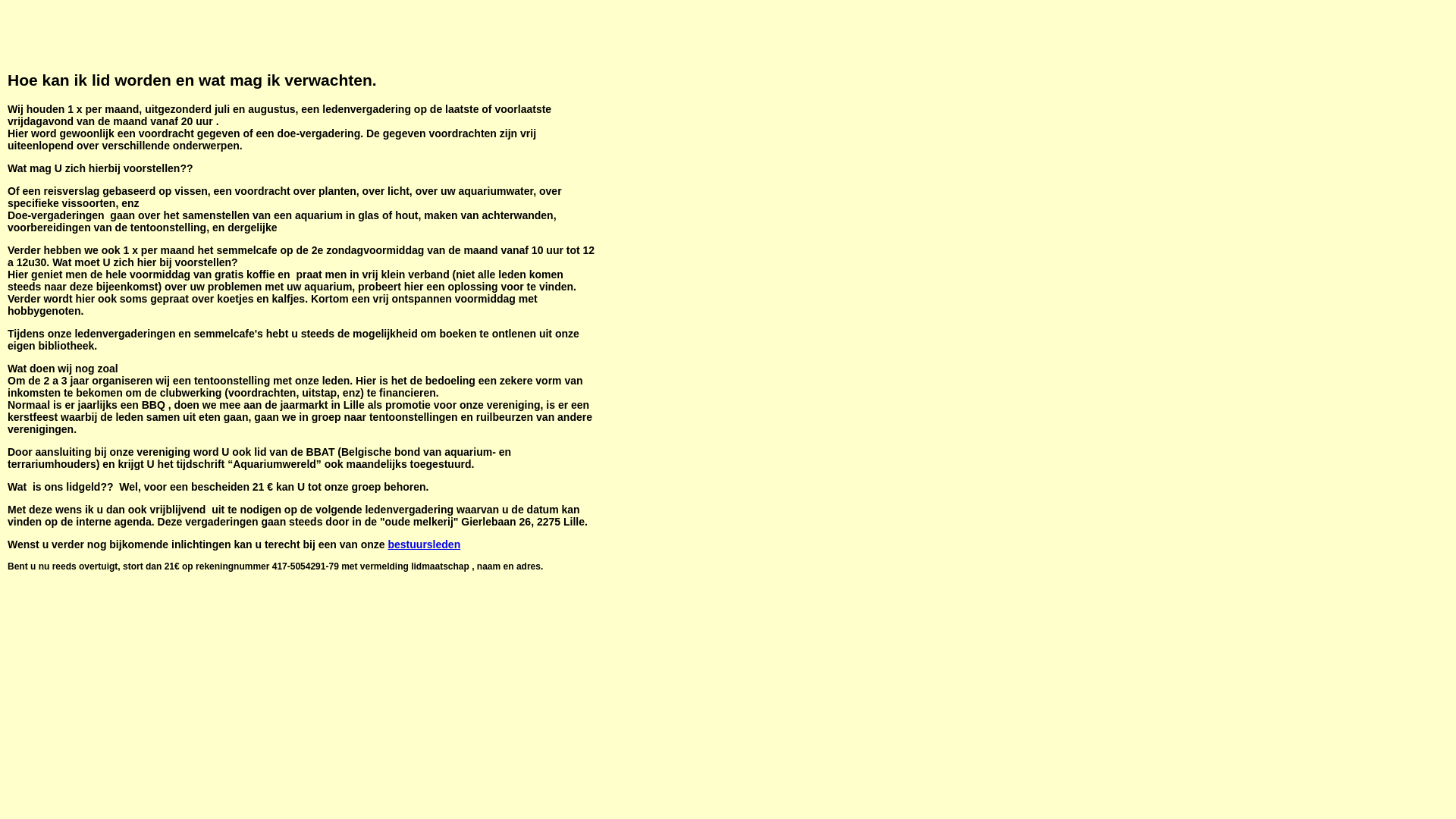 This screenshot has width=1456, height=819. What do you see at coordinates (425, 543) in the screenshot?
I see `'bestuursleden'` at bounding box center [425, 543].